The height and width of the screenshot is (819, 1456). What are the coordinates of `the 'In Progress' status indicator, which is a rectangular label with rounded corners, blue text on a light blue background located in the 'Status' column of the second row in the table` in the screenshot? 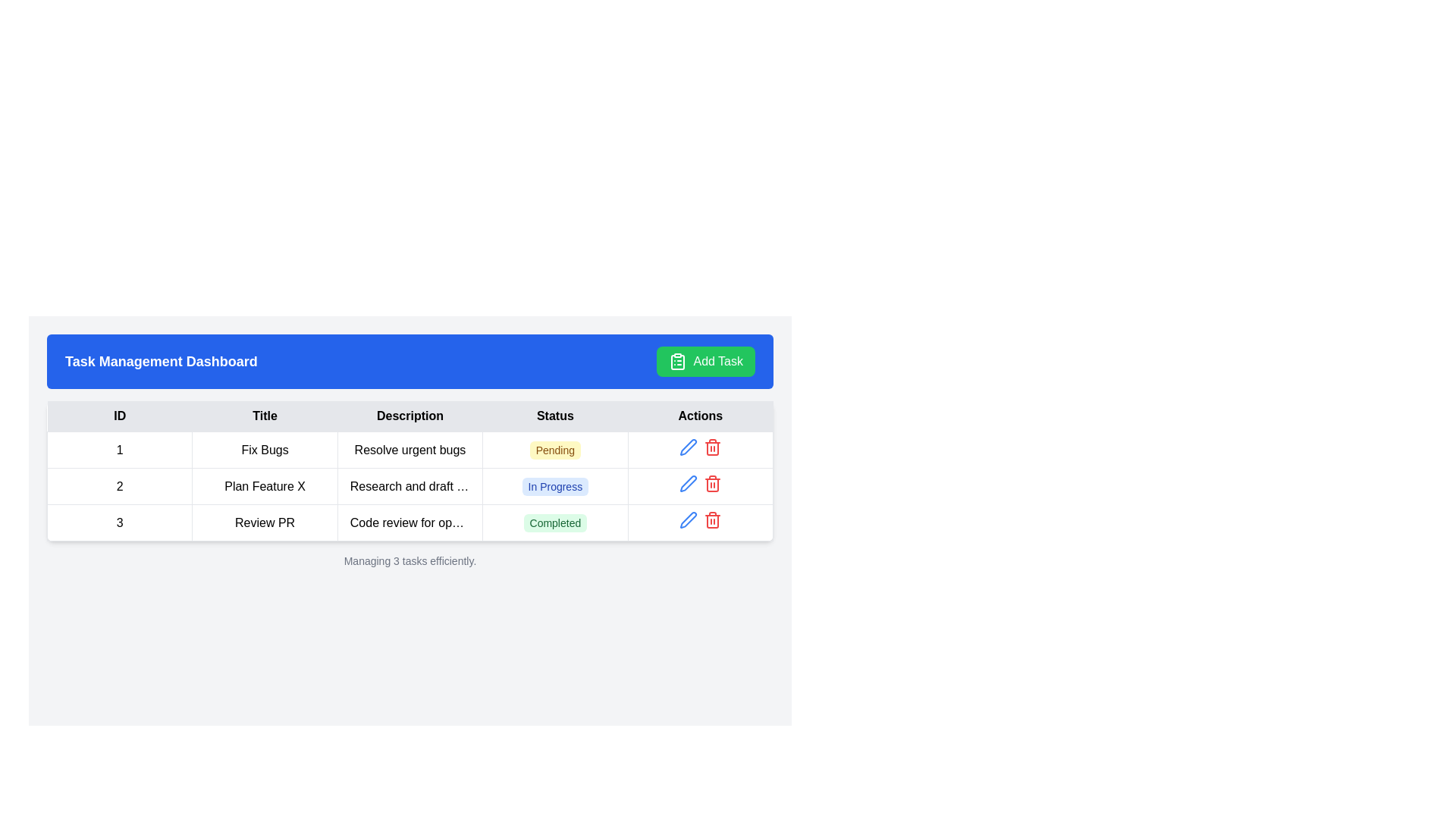 It's located at (554, 486).